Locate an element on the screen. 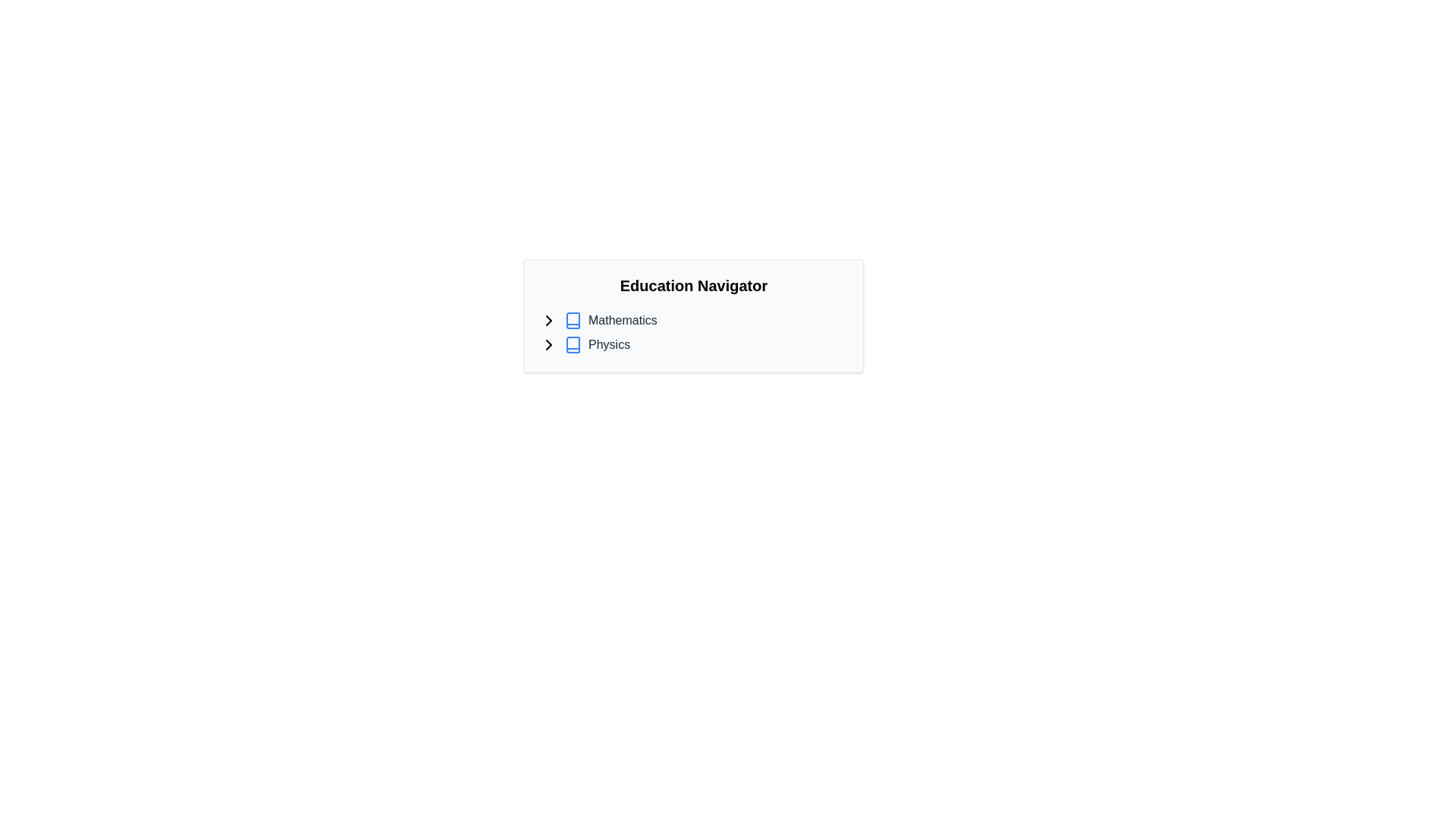 Image resolution: width=1456 pixels, height=819 pixels. the 'Physics' navigation item located directly below the 'Mathematics' item in the vertical navigation list is located at coordinates (693, 345).